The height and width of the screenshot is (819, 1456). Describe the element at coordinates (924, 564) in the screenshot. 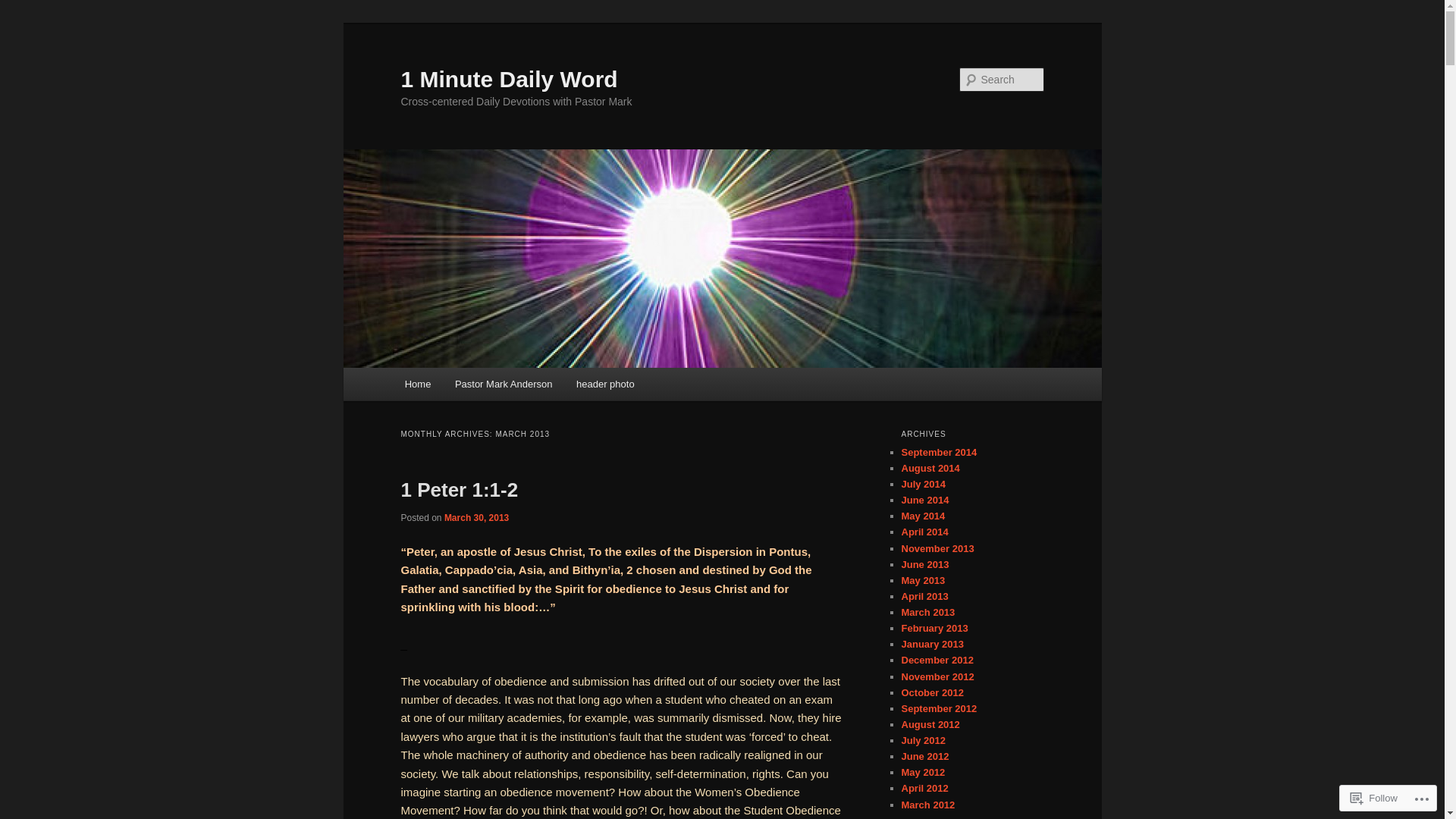

I see `'June 2013'` at that location.